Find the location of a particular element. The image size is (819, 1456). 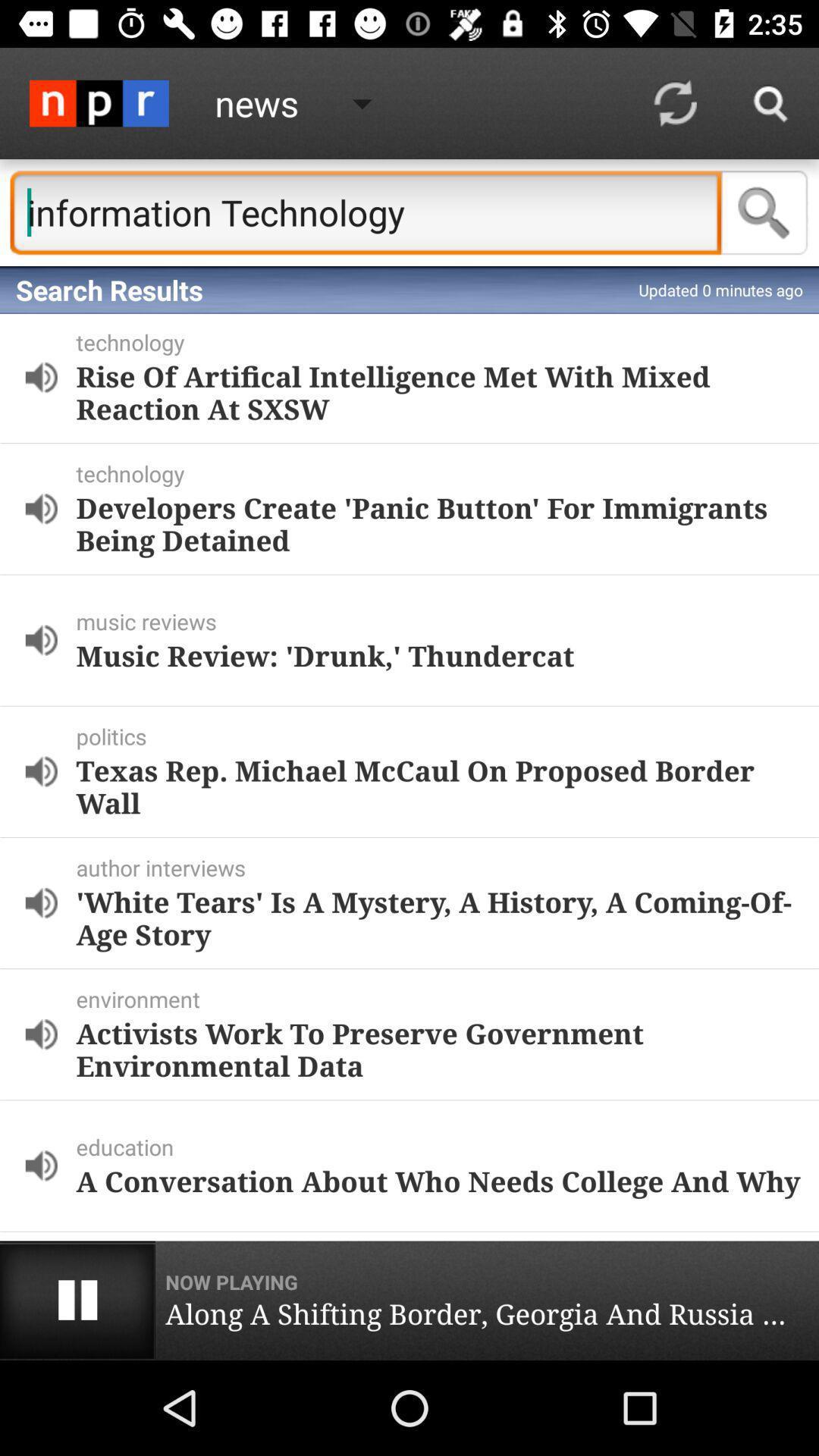

the button on the right next to the logo on the web page is located at coordinates (304, 102).